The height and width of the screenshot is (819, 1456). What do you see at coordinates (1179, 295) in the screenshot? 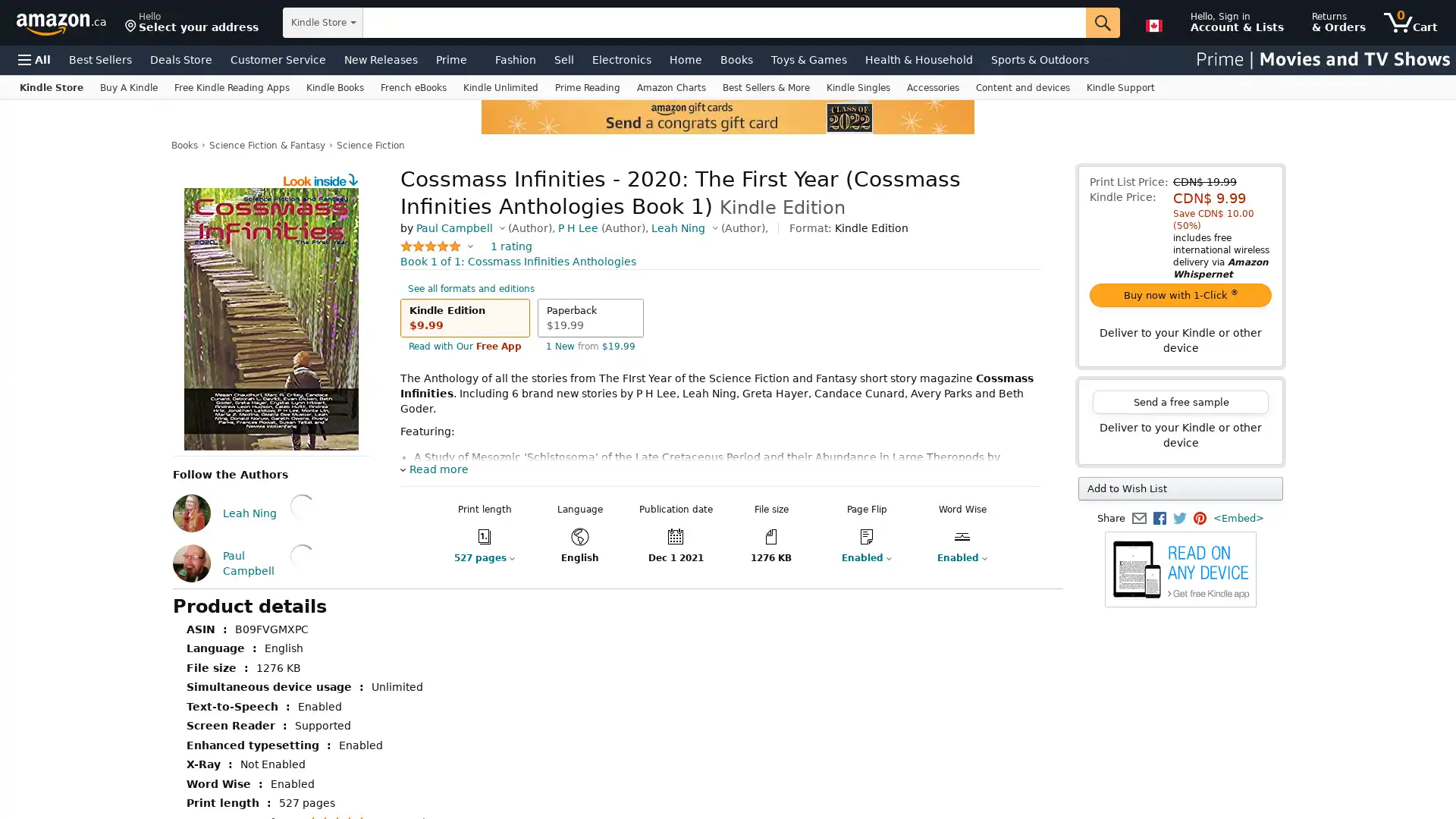
I see `Buy now with 1-Click` at bounding box center [1179, 295].